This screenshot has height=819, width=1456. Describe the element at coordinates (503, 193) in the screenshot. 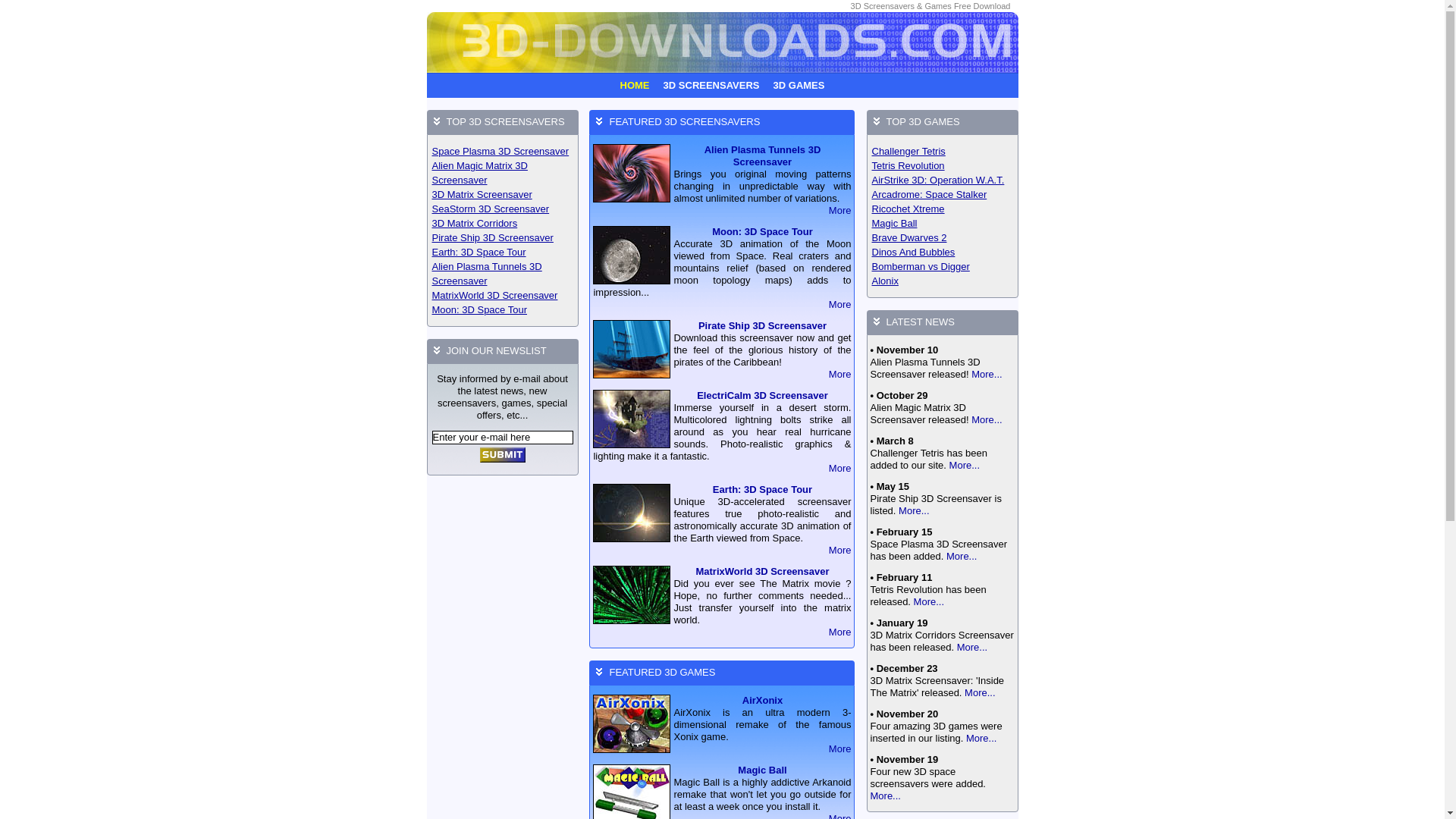

I see `'3D Matrix Screensaver'` at that location.